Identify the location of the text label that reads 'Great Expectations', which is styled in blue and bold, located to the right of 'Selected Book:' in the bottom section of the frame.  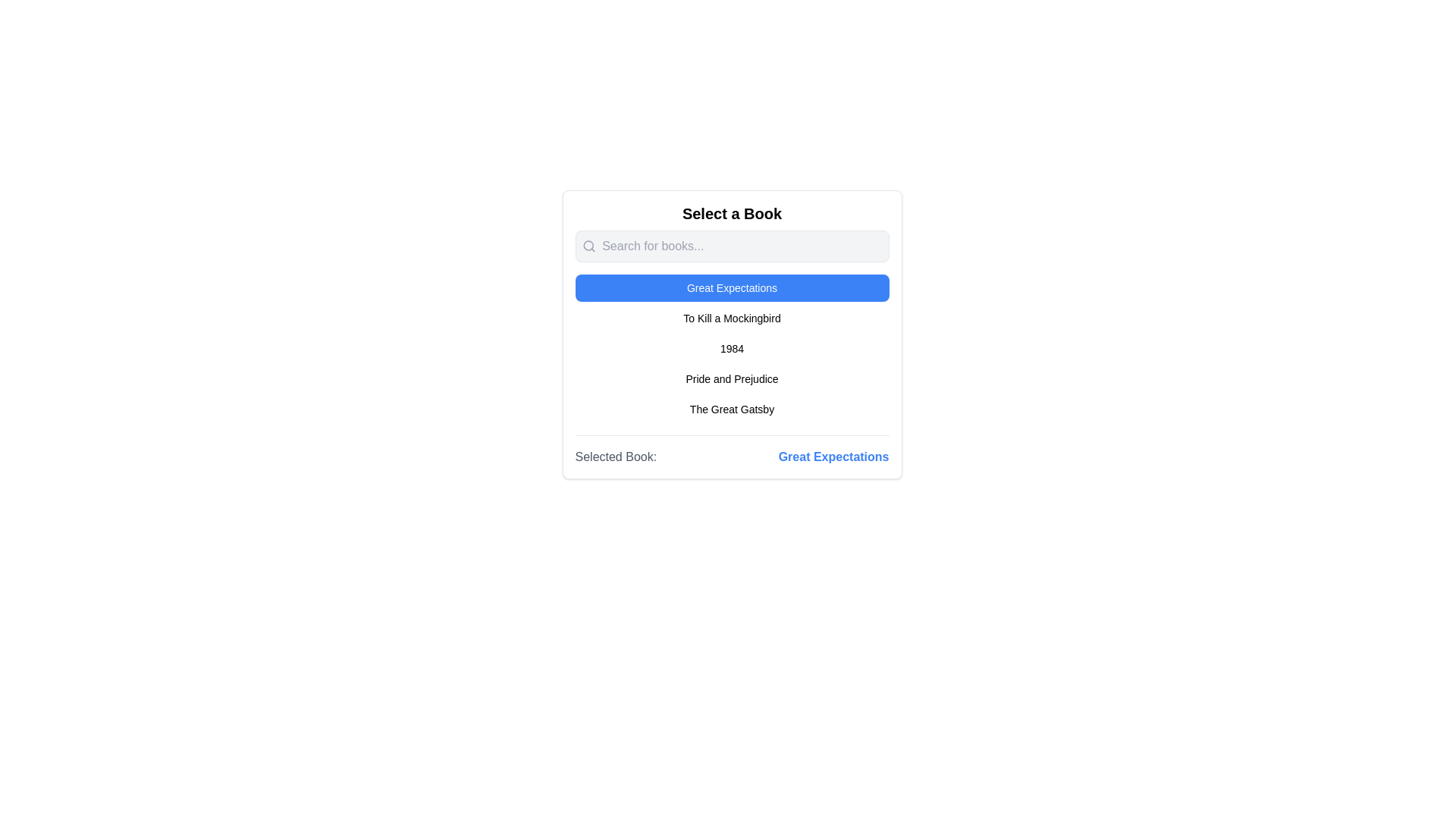
(833, 456).